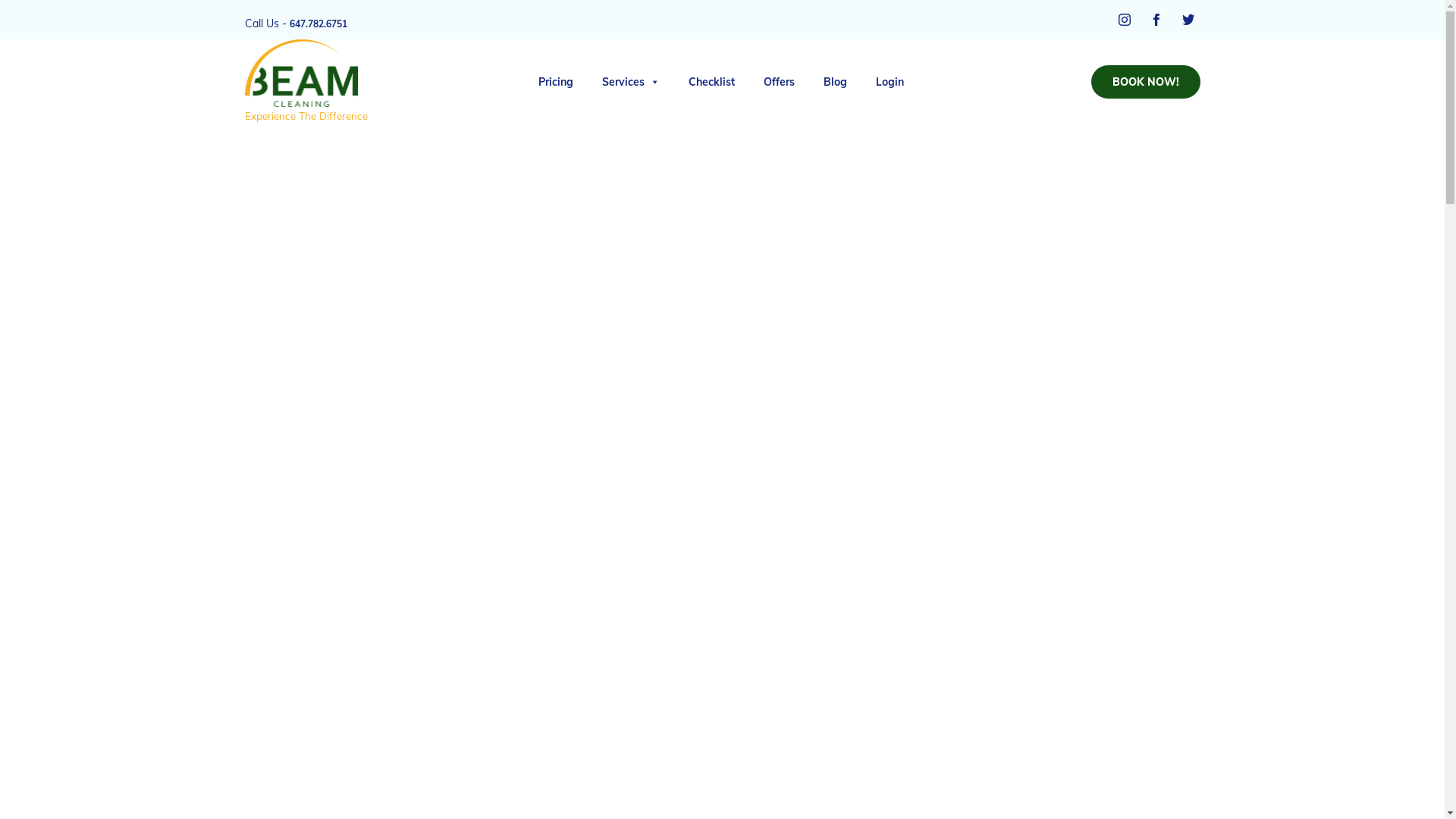 The image size is (1456, 819). Describe the element at coordinates (318, 24) in the screenshot. I see `'647.782.6751'` at that location.